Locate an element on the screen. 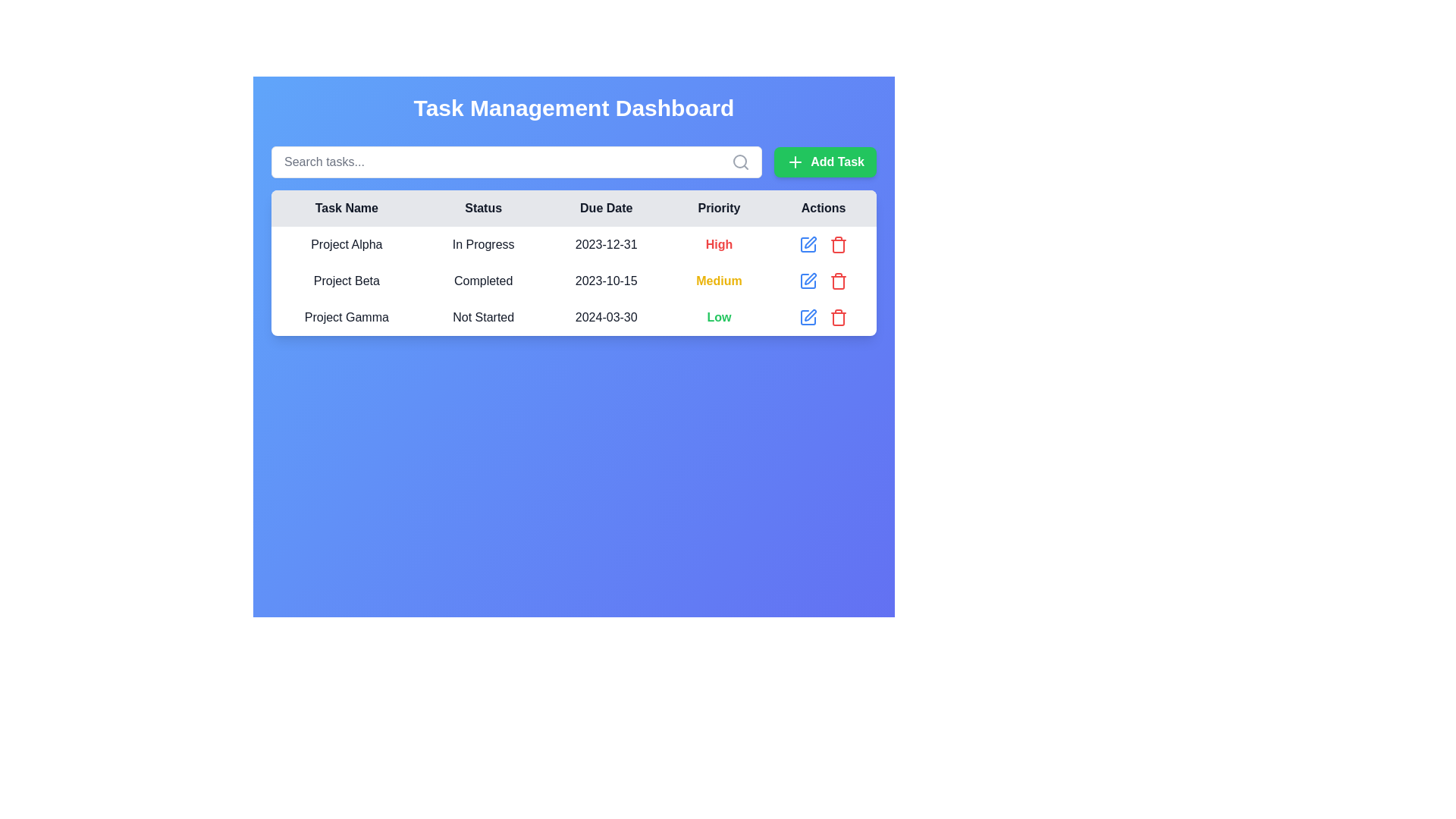 The width and height of the screenshot is (1456, 819). the editing icon with a blue outline in the 'Actions' column for 'Project Beta' is located at coordinates (807, 281).